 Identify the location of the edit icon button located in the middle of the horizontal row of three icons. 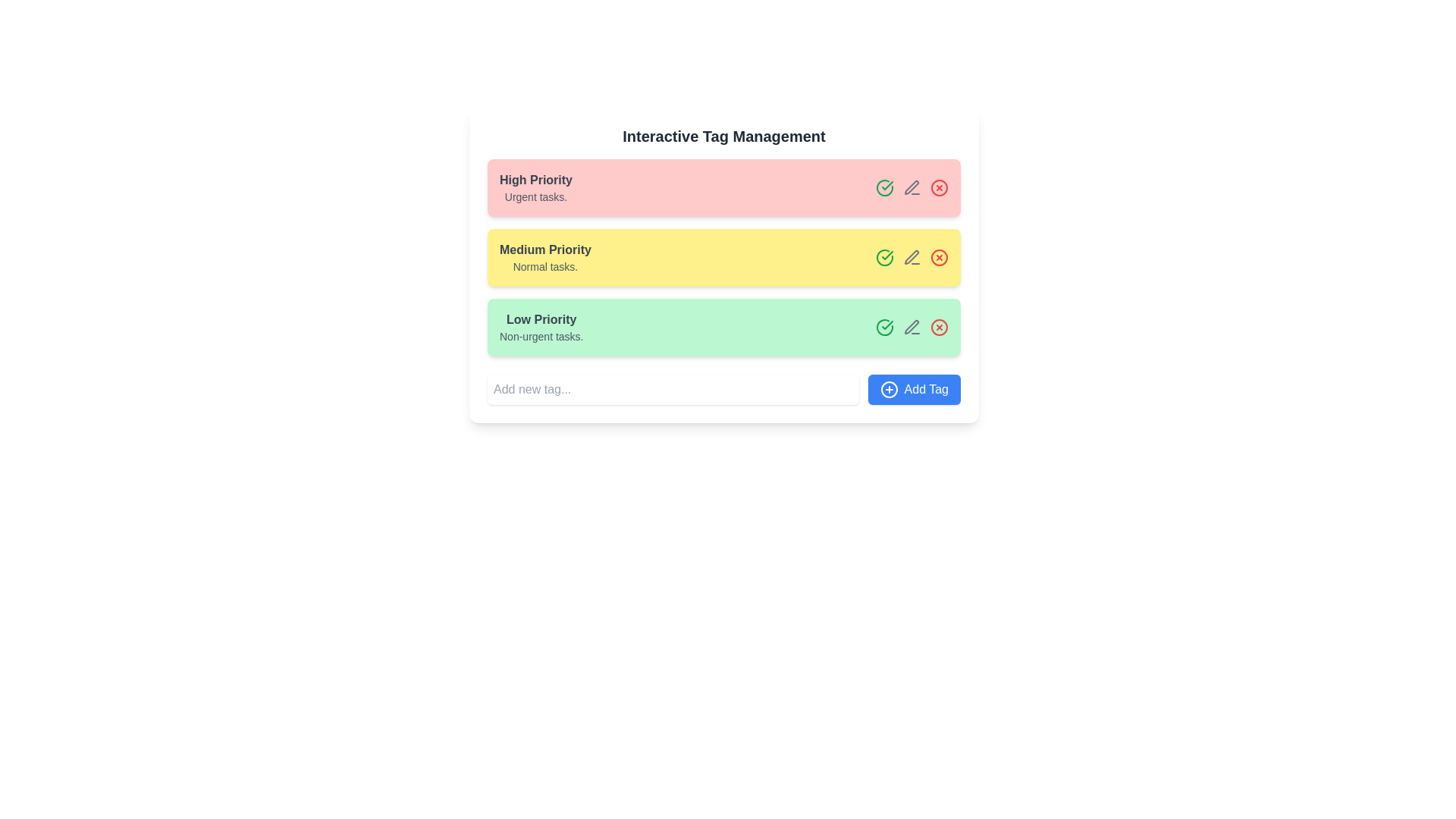
(912, 327).